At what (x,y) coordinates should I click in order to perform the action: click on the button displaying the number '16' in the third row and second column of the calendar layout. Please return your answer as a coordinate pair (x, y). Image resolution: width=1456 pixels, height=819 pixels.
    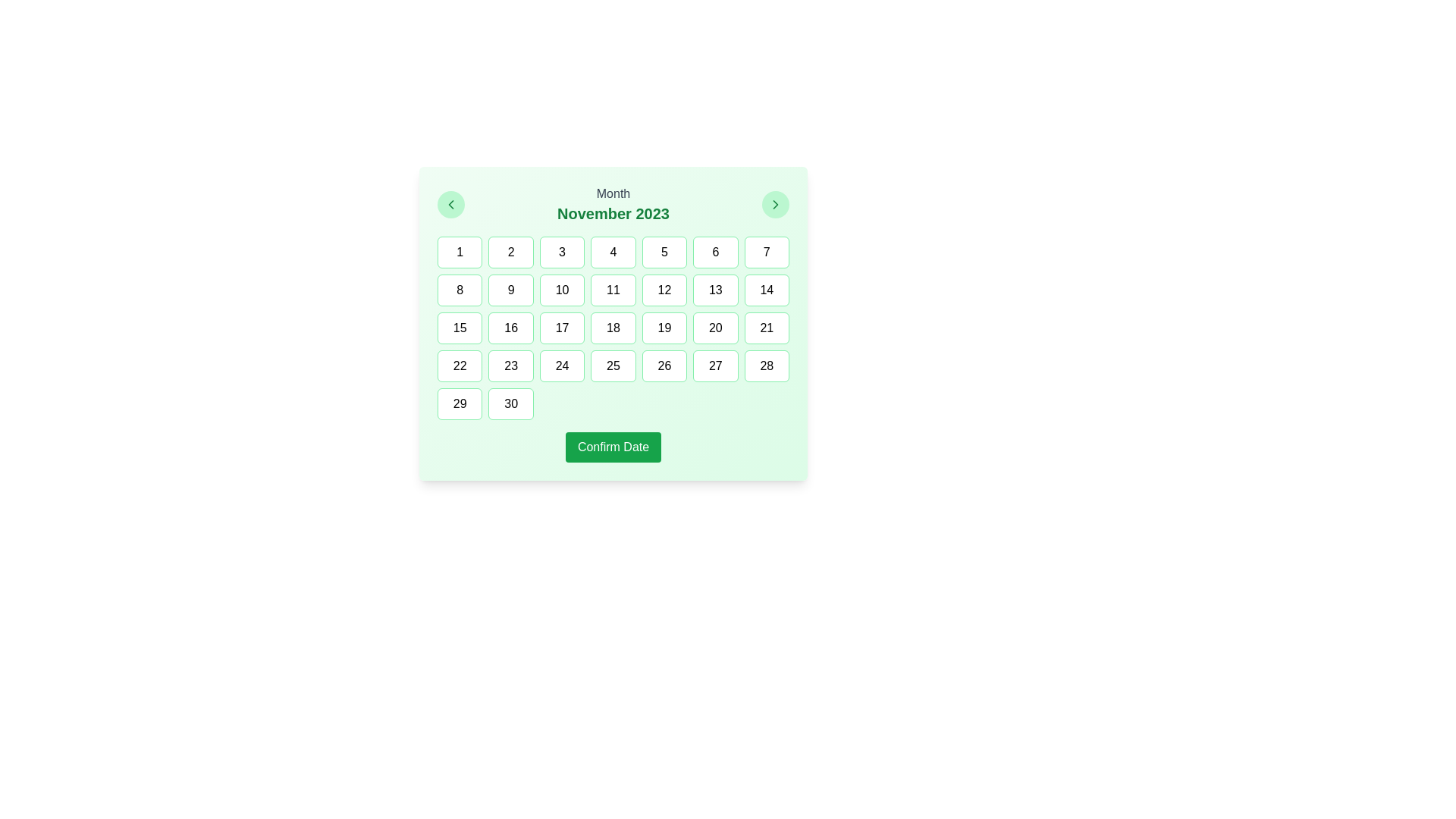
    Looking at the image, I should click on (511, 327).